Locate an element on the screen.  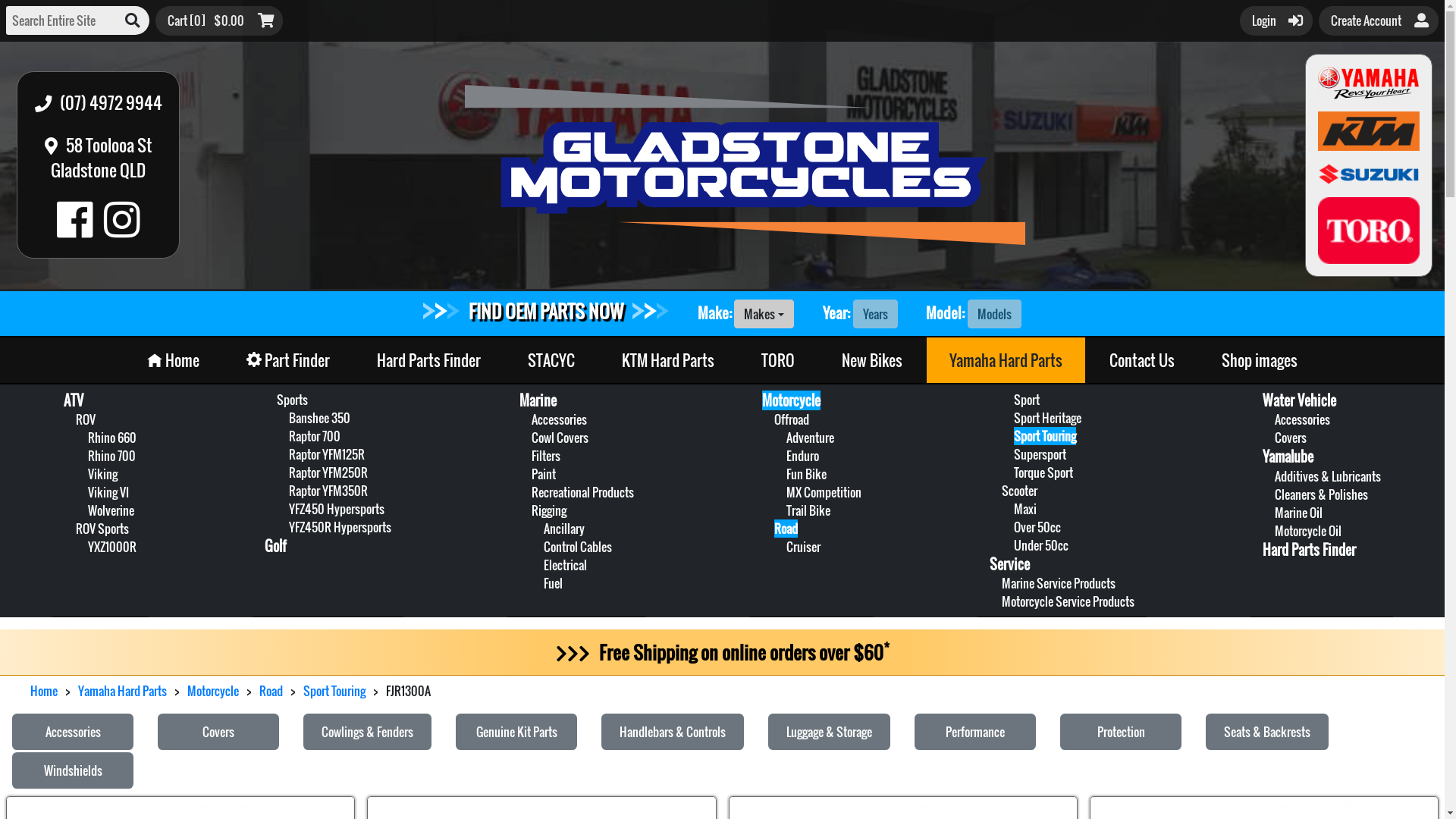
'Rhino 700' is located at coordinates (86, 455).